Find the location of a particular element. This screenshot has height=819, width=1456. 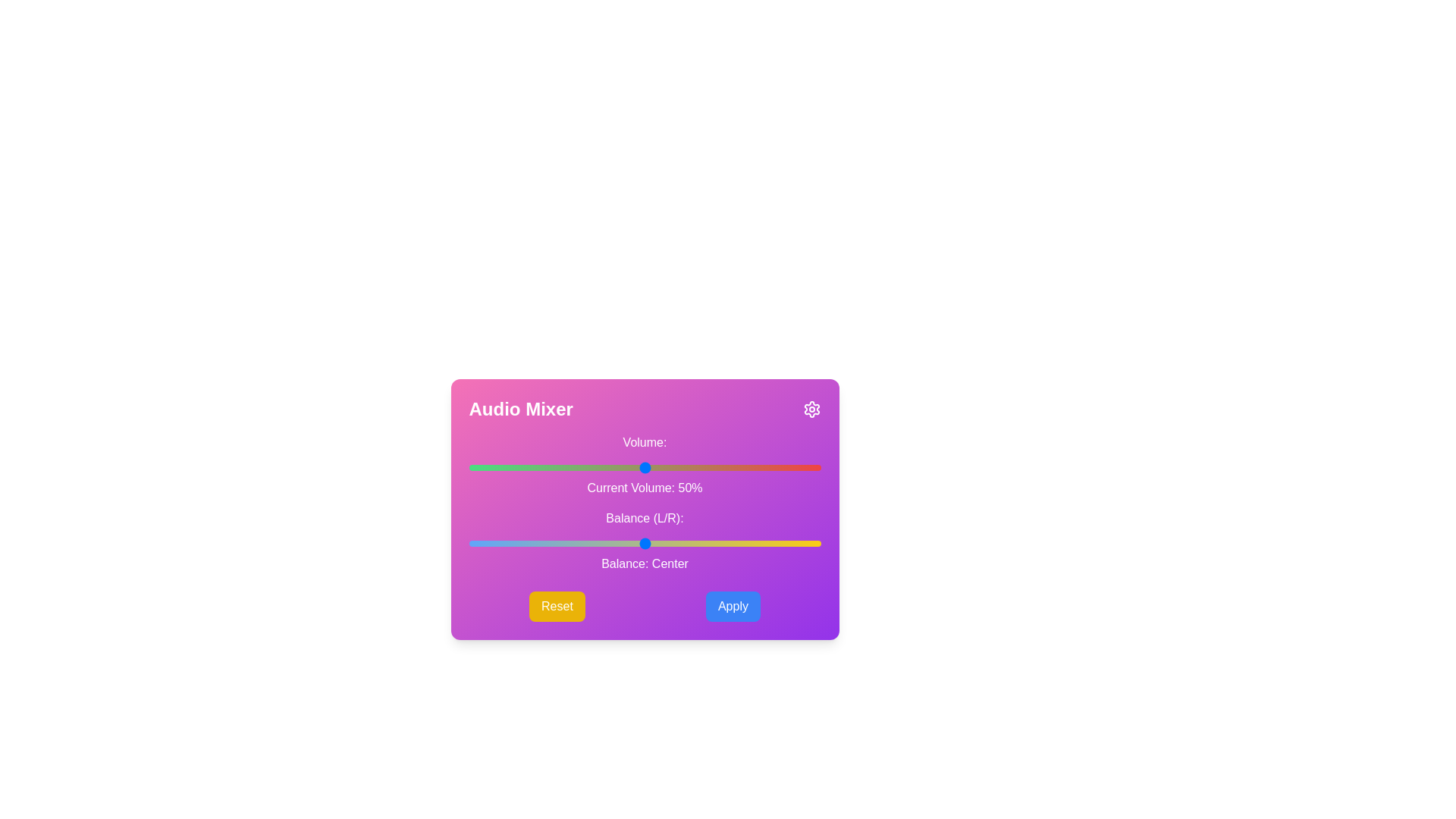

the balance slider to set the balance to -14 where balance is a value between -50 and 50 is located at coordinates (595, 543).